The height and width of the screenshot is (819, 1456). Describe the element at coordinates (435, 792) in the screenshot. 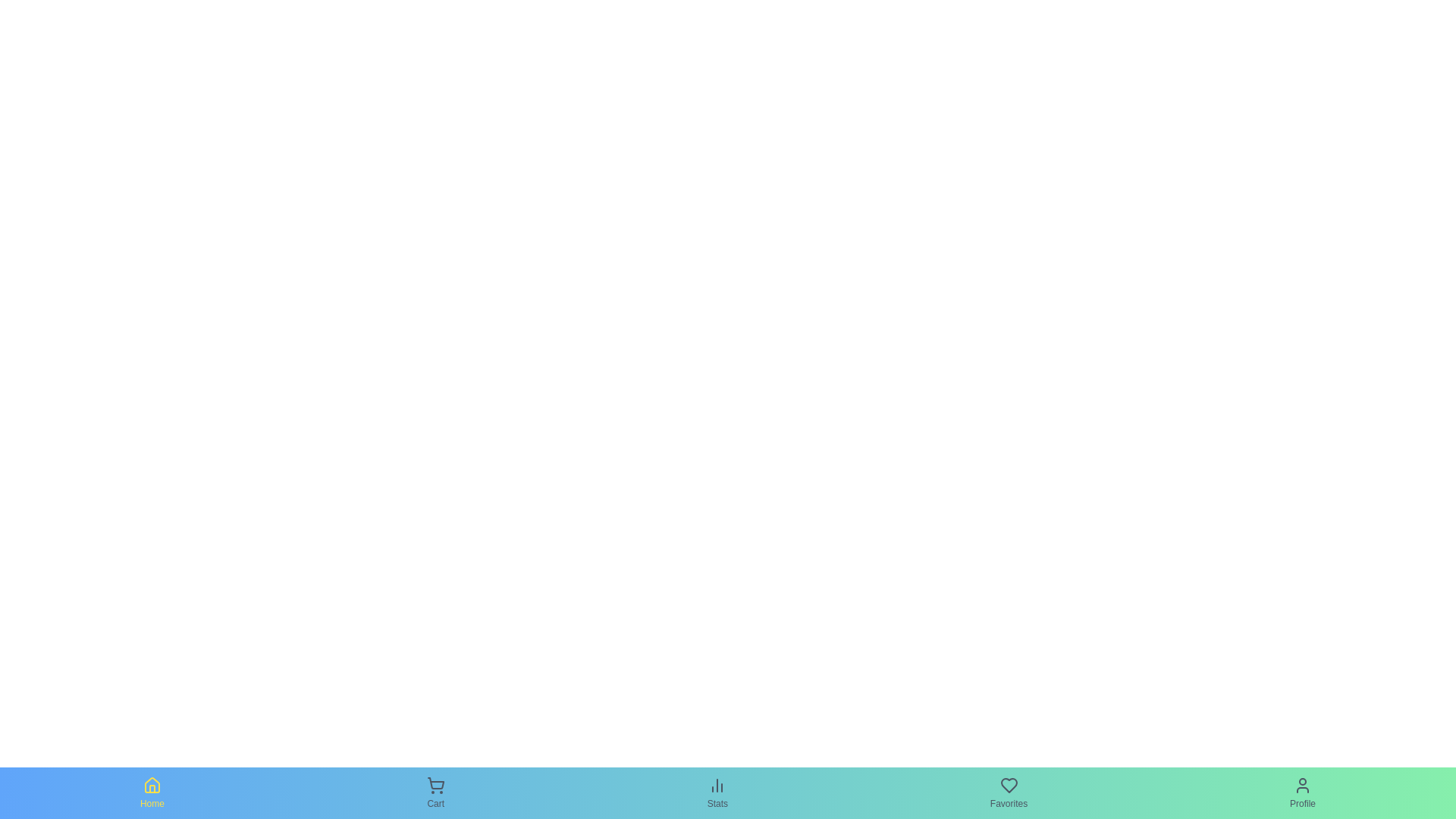

I see `the Cart tab in the bottom navigation bar` at that location.